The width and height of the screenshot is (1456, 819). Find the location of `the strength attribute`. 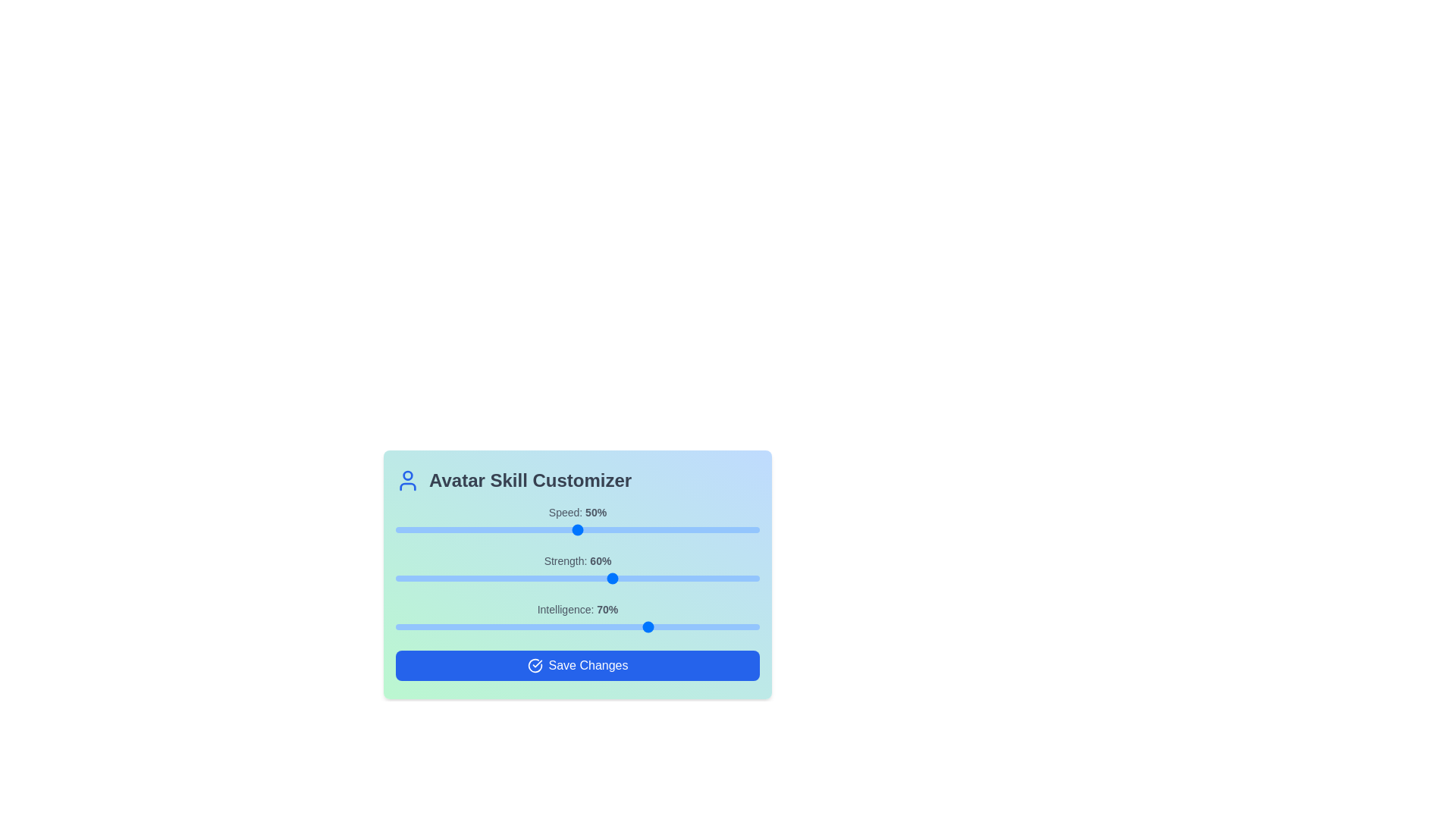

the strength attribute is located at coordinates (577, 579).